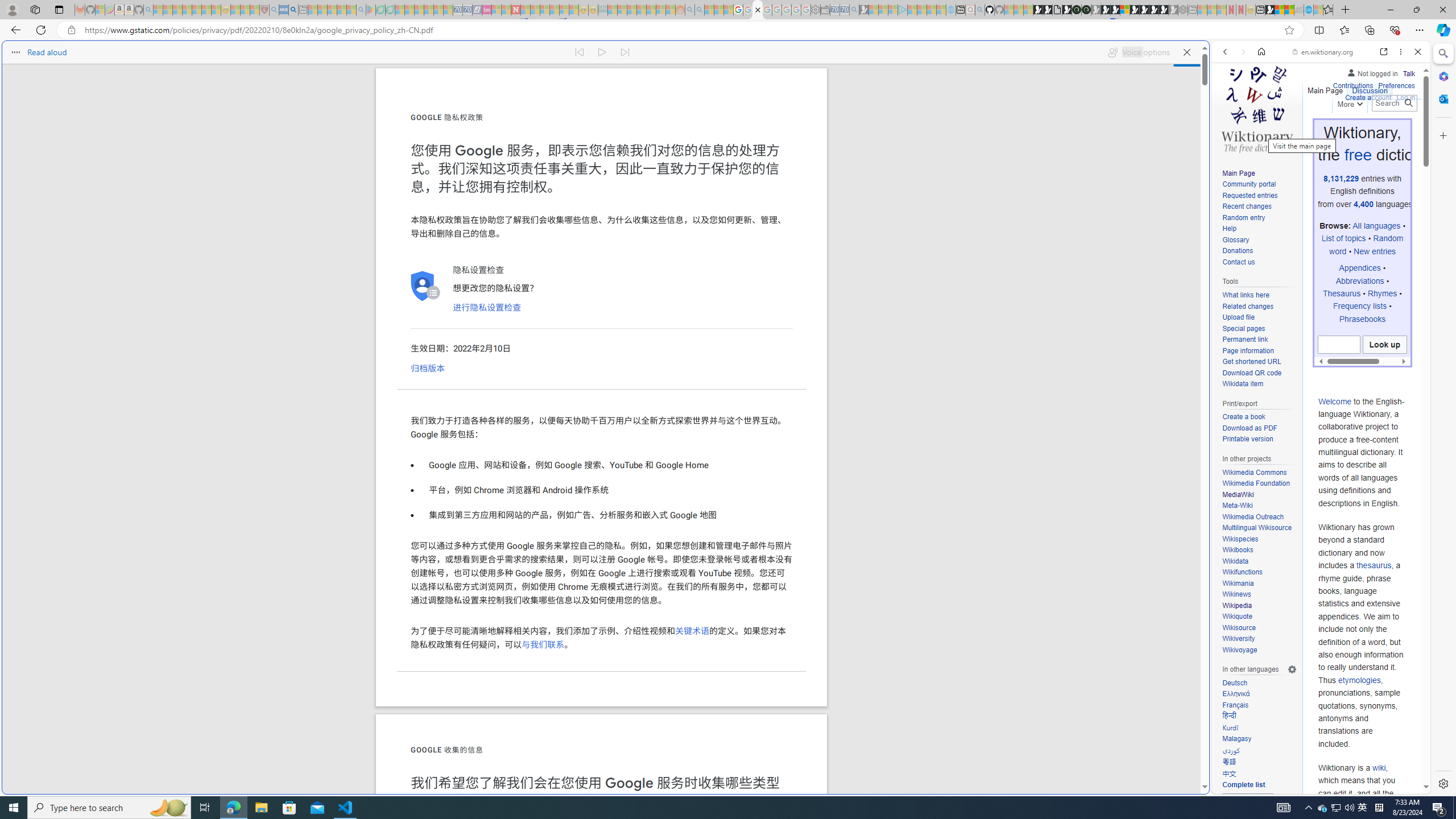  Describe the element at coordinates (1381, 292) in the screenshot. I see `'Rhymes'` at that location.